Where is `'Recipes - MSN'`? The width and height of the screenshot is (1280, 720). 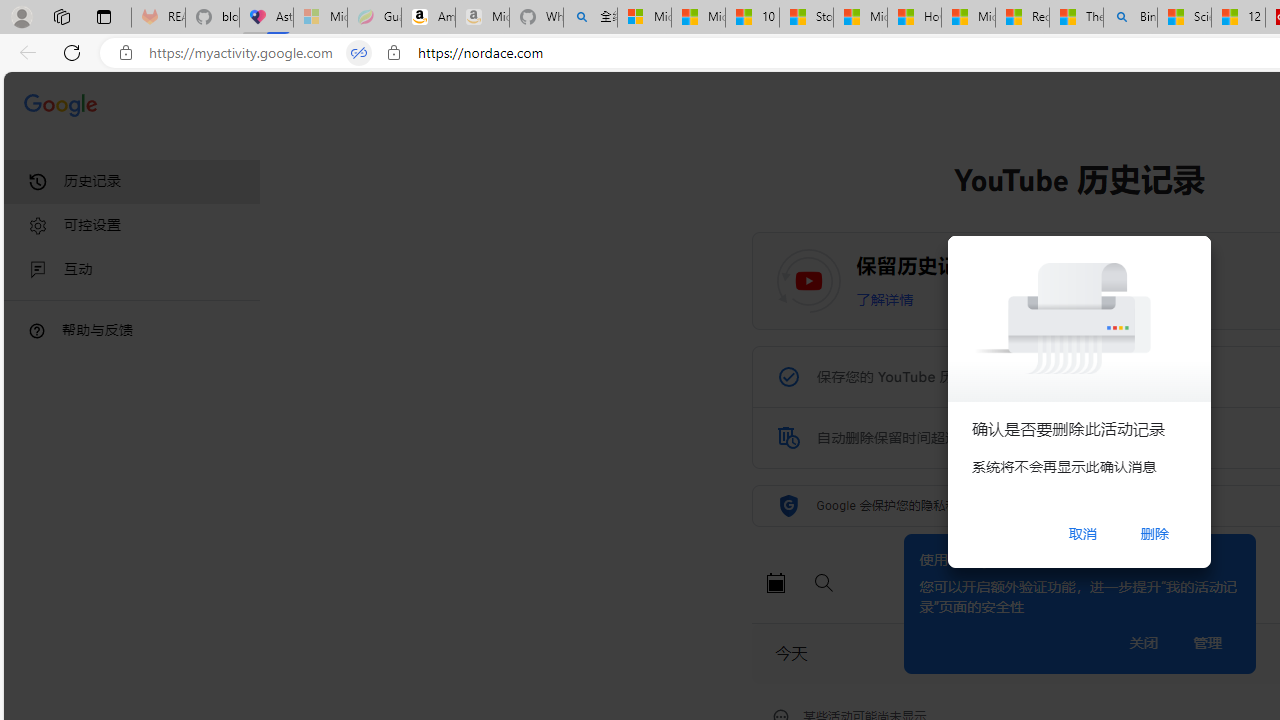 'Recipes - MSN' is located at coordinates (1022, 17).